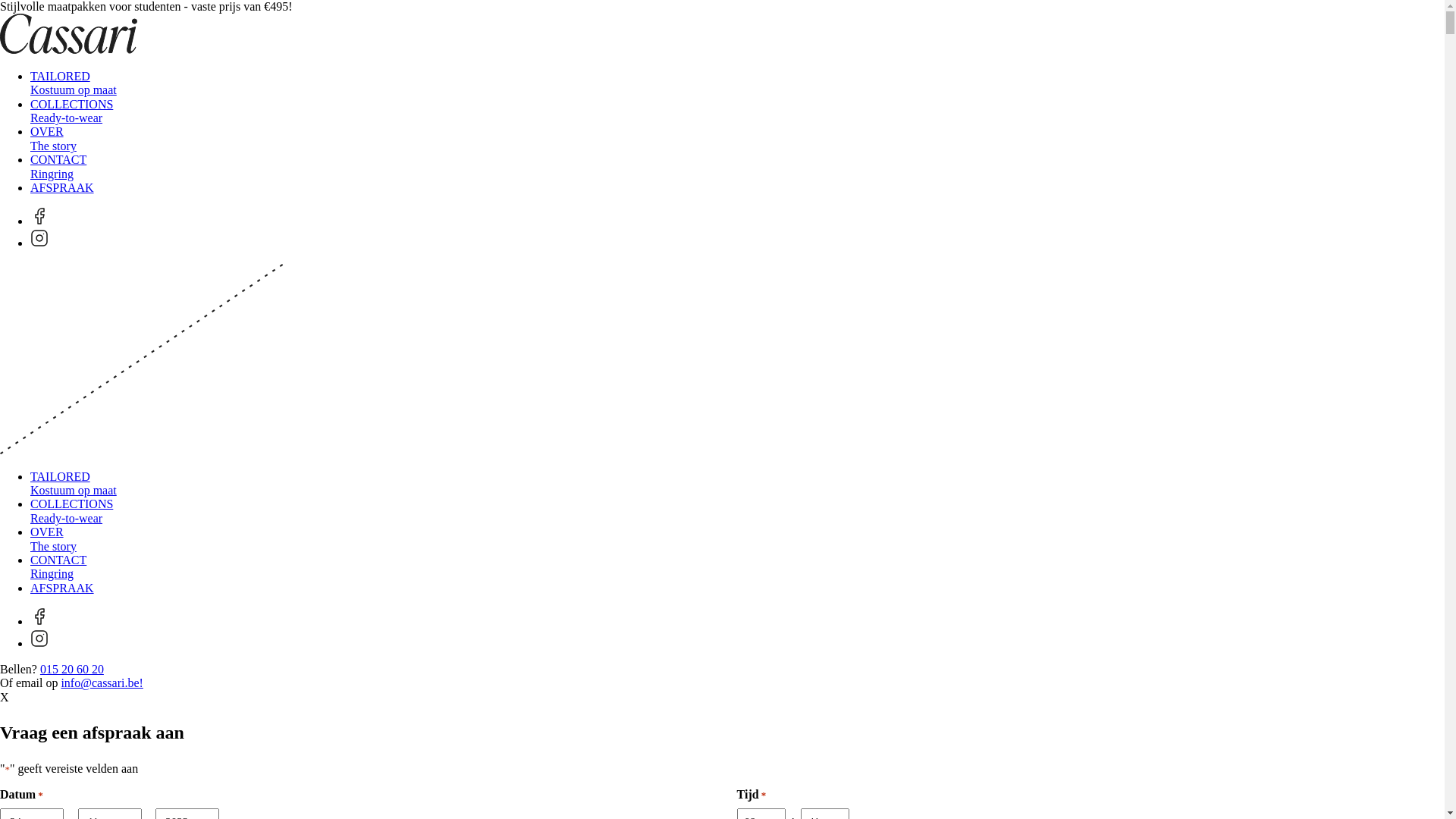 The width and height of the screenshot is (1456, 819). What do you see at coordinates (53, 138) in the screenshot?
I see `'OVER` at bounding box center [53, 138].